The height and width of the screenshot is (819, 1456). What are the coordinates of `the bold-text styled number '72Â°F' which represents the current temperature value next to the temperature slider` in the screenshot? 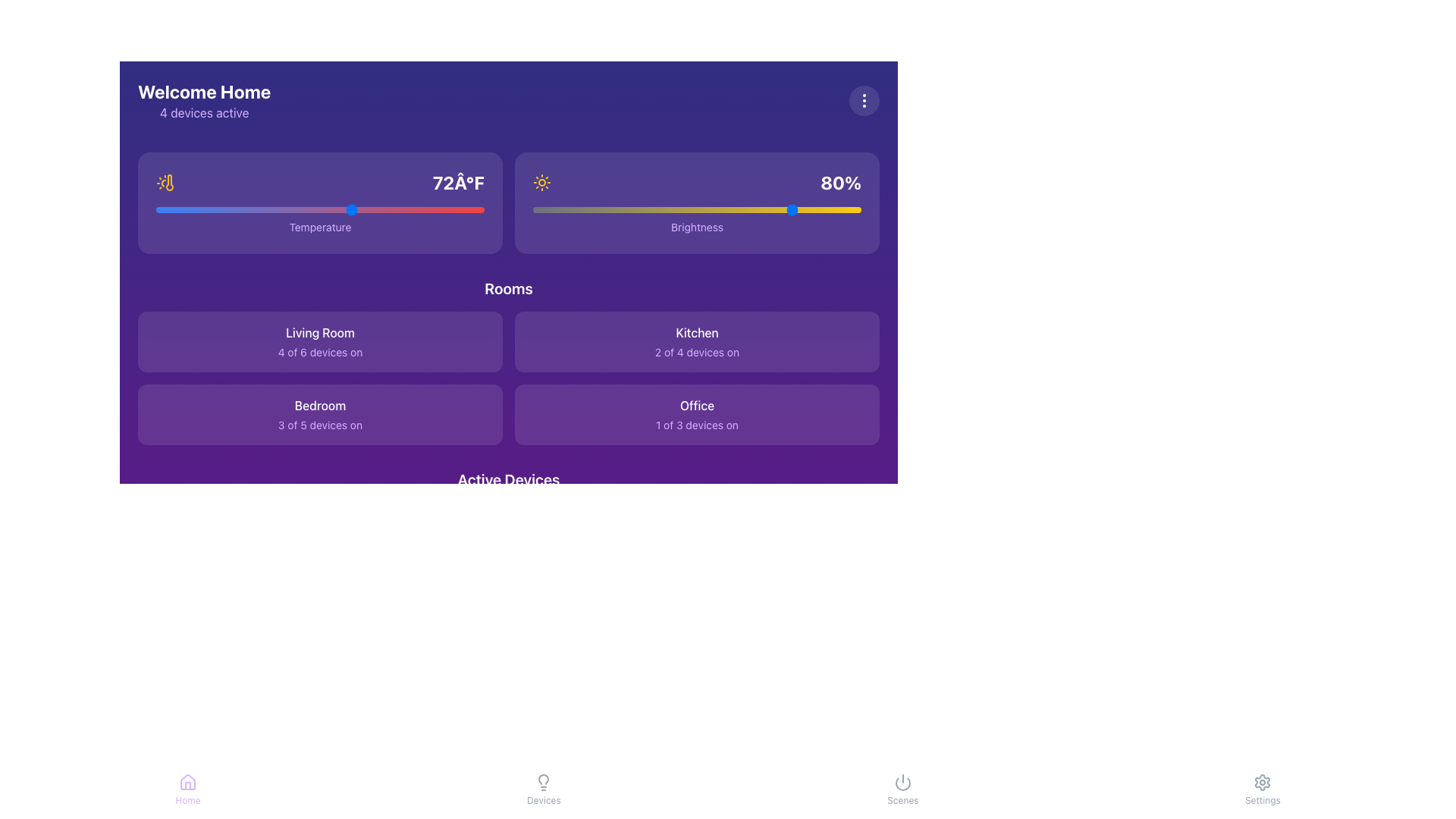 It's located at (457, 181).